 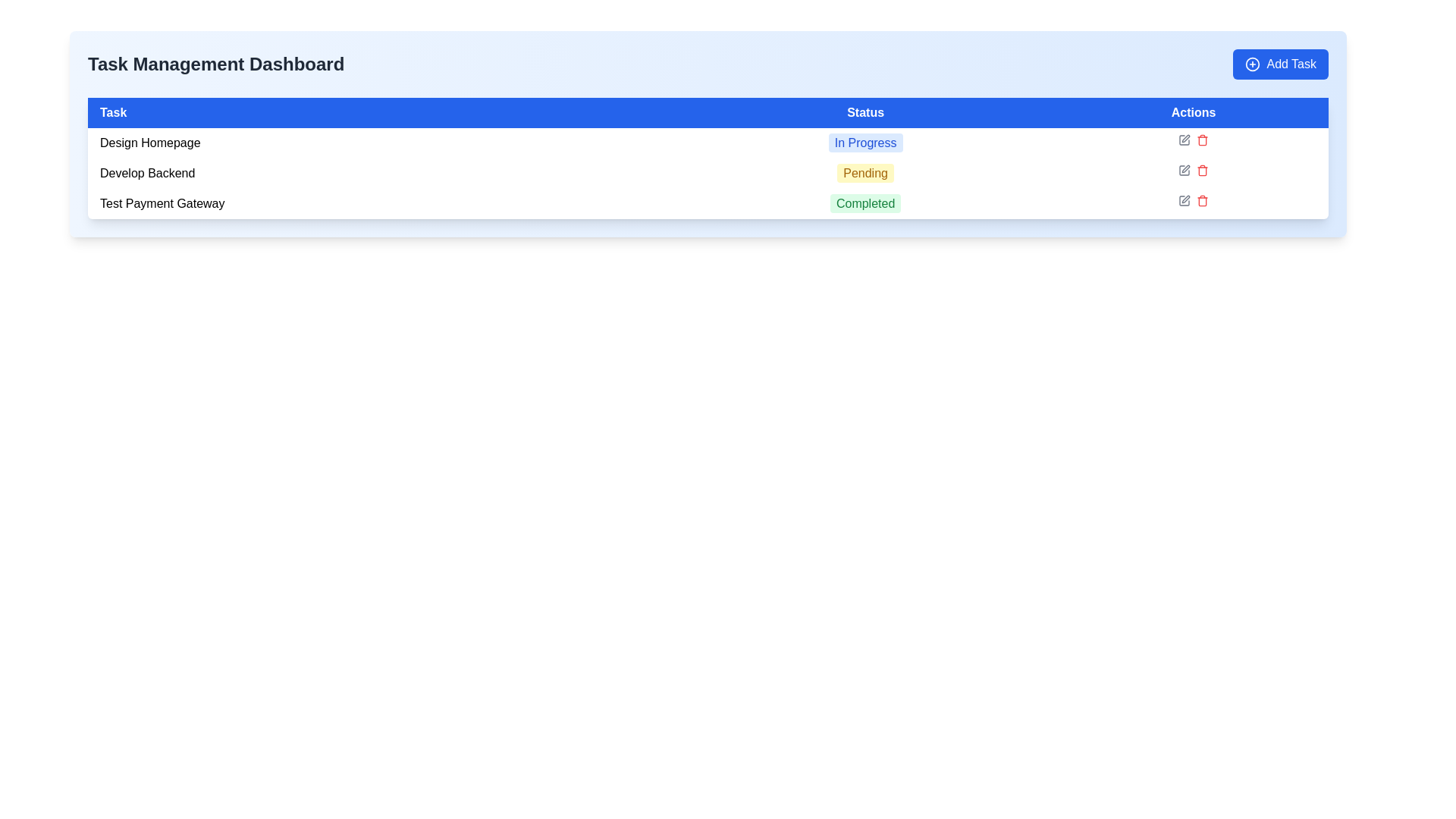 I want to click on the Action Buttons Group in the last row of the table under the 'Actions' column, so click(x=1193, y=200).